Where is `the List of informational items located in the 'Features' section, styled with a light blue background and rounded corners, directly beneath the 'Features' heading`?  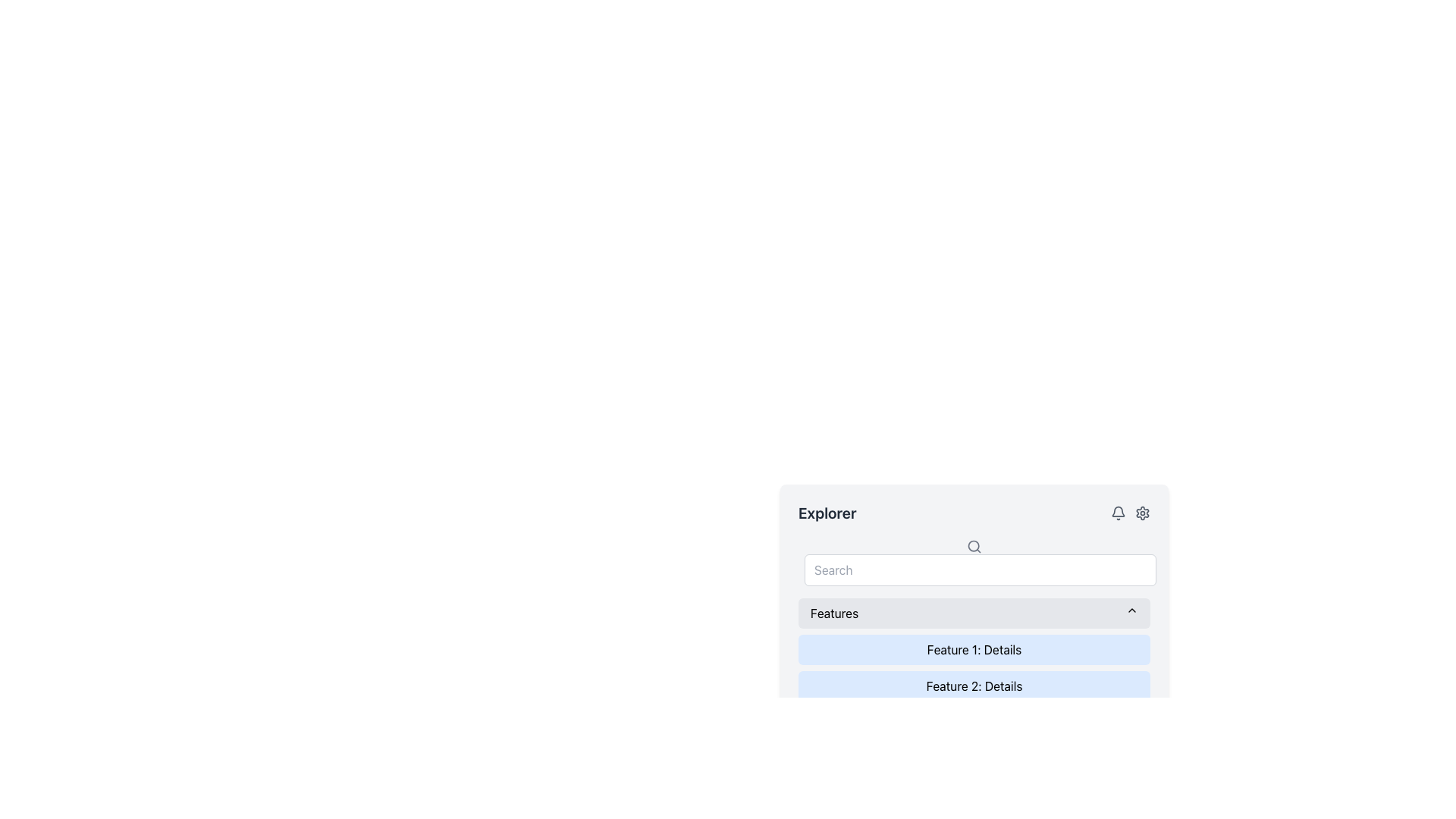 the List of informational items located in the 'Features' section, styled with a light blue background and rounded corners, directly beneath the 'Features' heading is located at coordinates (974, 686).